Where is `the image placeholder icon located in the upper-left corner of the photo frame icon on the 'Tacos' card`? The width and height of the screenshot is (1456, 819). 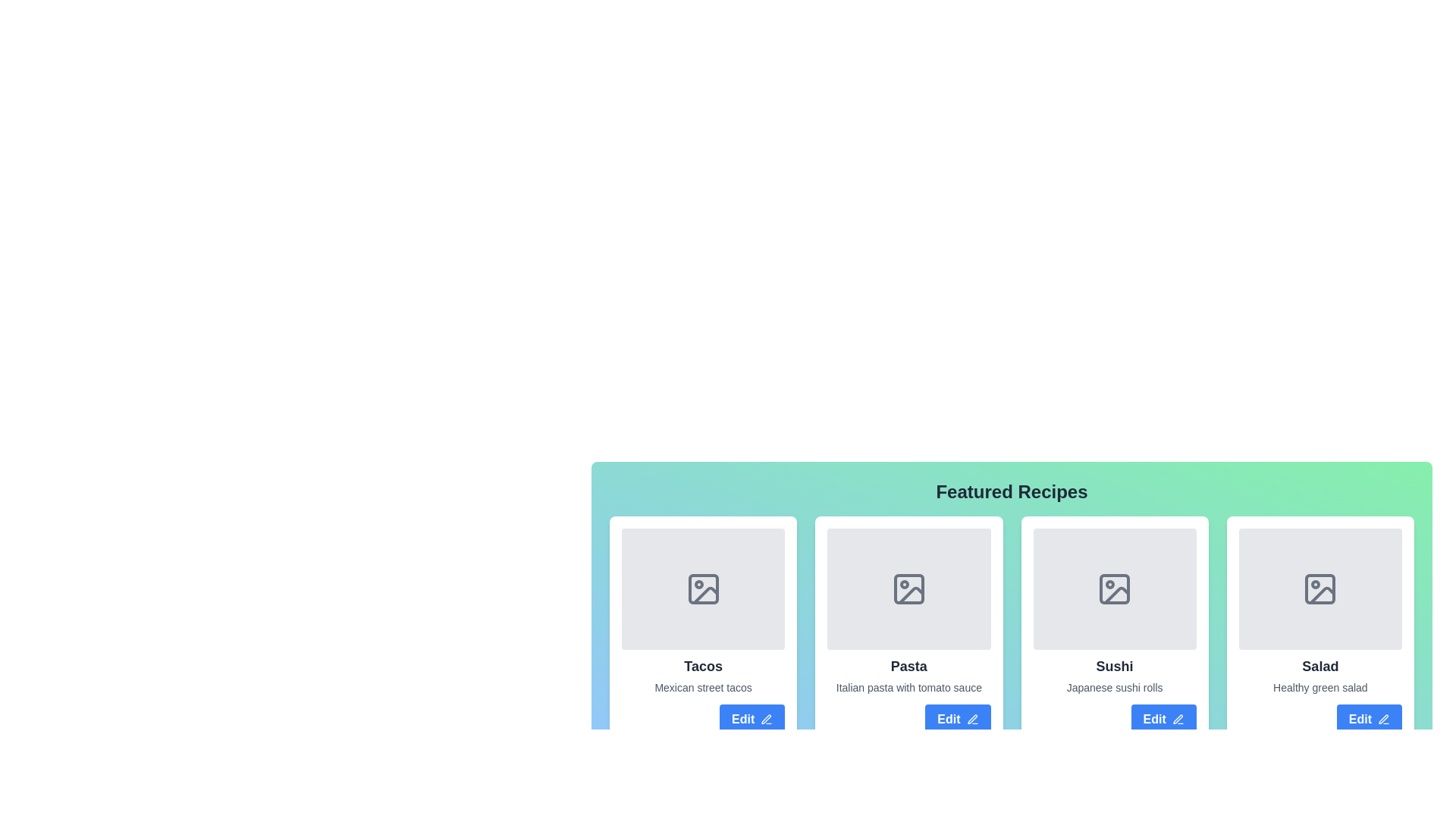 the image placeholder icon located in the upper-left corner of the photo frame icon on the 'Tacos' card is located at coordinates (702, 588).